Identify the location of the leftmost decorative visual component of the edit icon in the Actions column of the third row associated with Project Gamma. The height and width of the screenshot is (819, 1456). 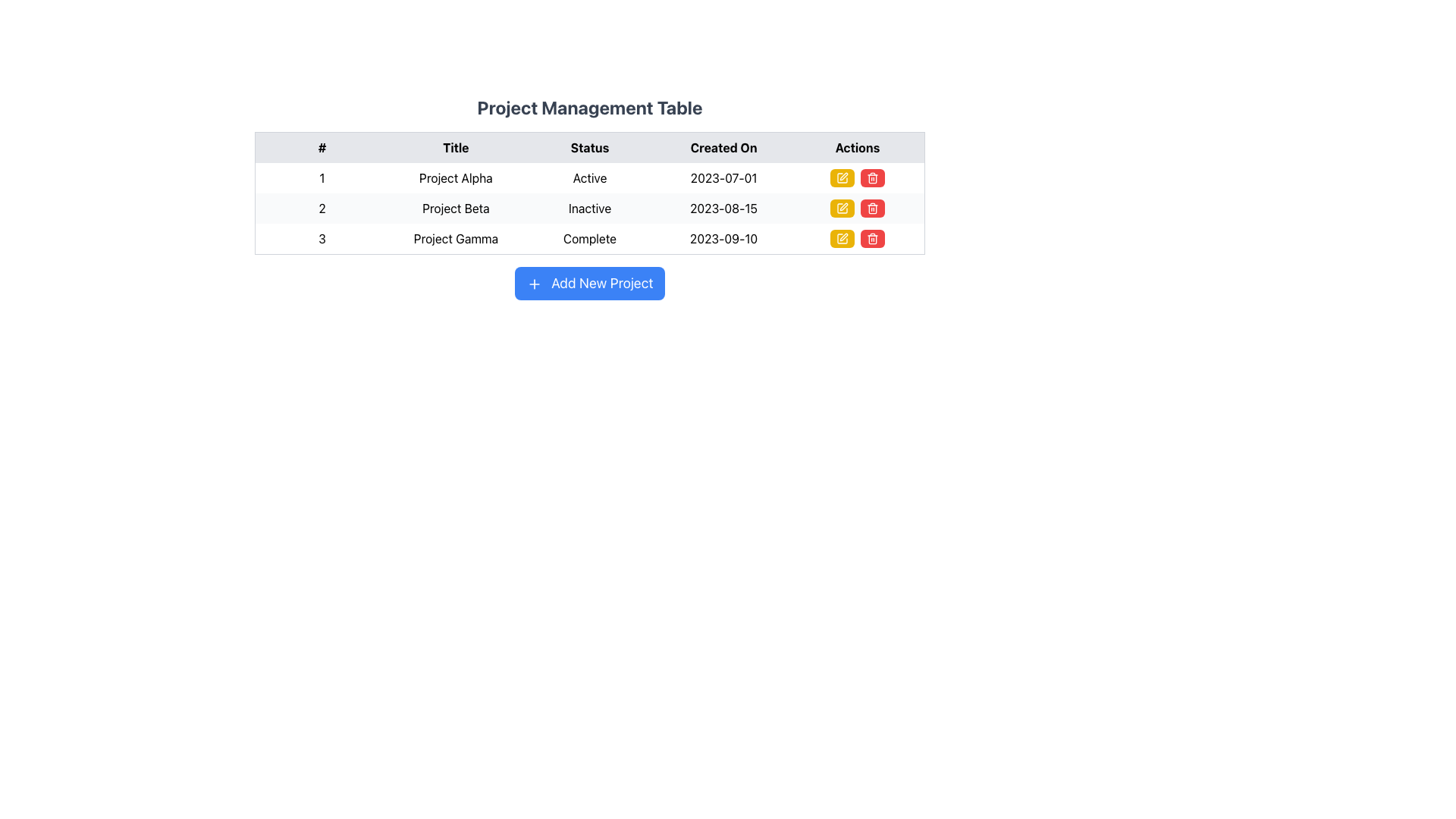
(841, 239).